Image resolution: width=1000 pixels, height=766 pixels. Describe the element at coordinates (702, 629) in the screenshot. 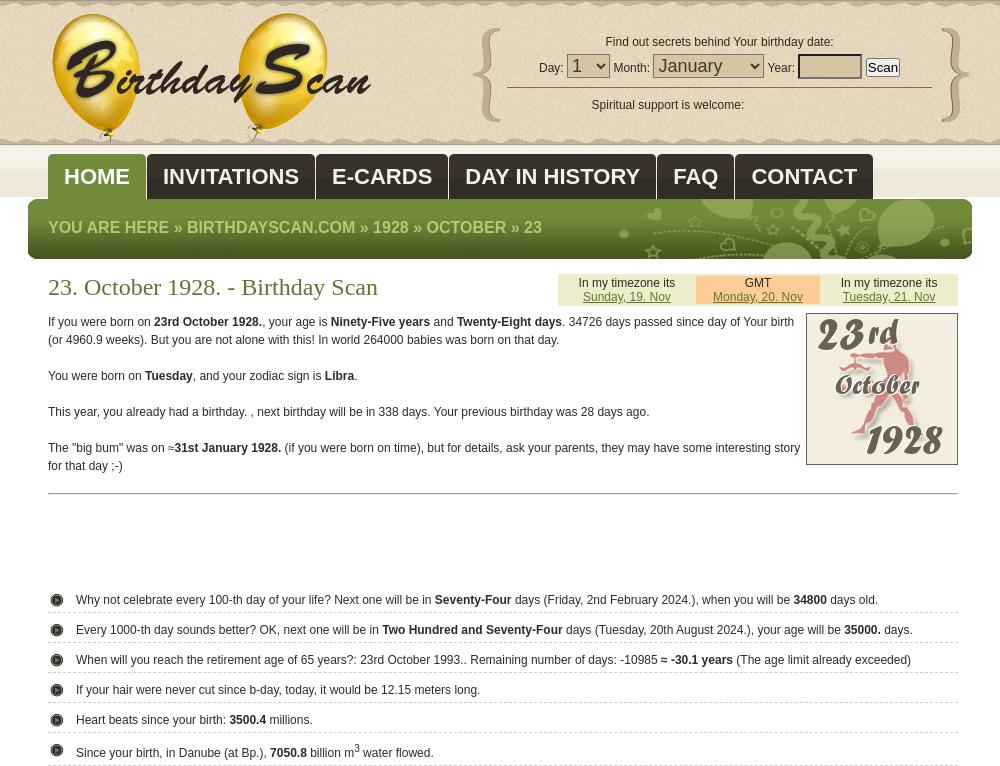

I see `'days (Tuesday, 20th August 2024.), your age will be'` at that location.